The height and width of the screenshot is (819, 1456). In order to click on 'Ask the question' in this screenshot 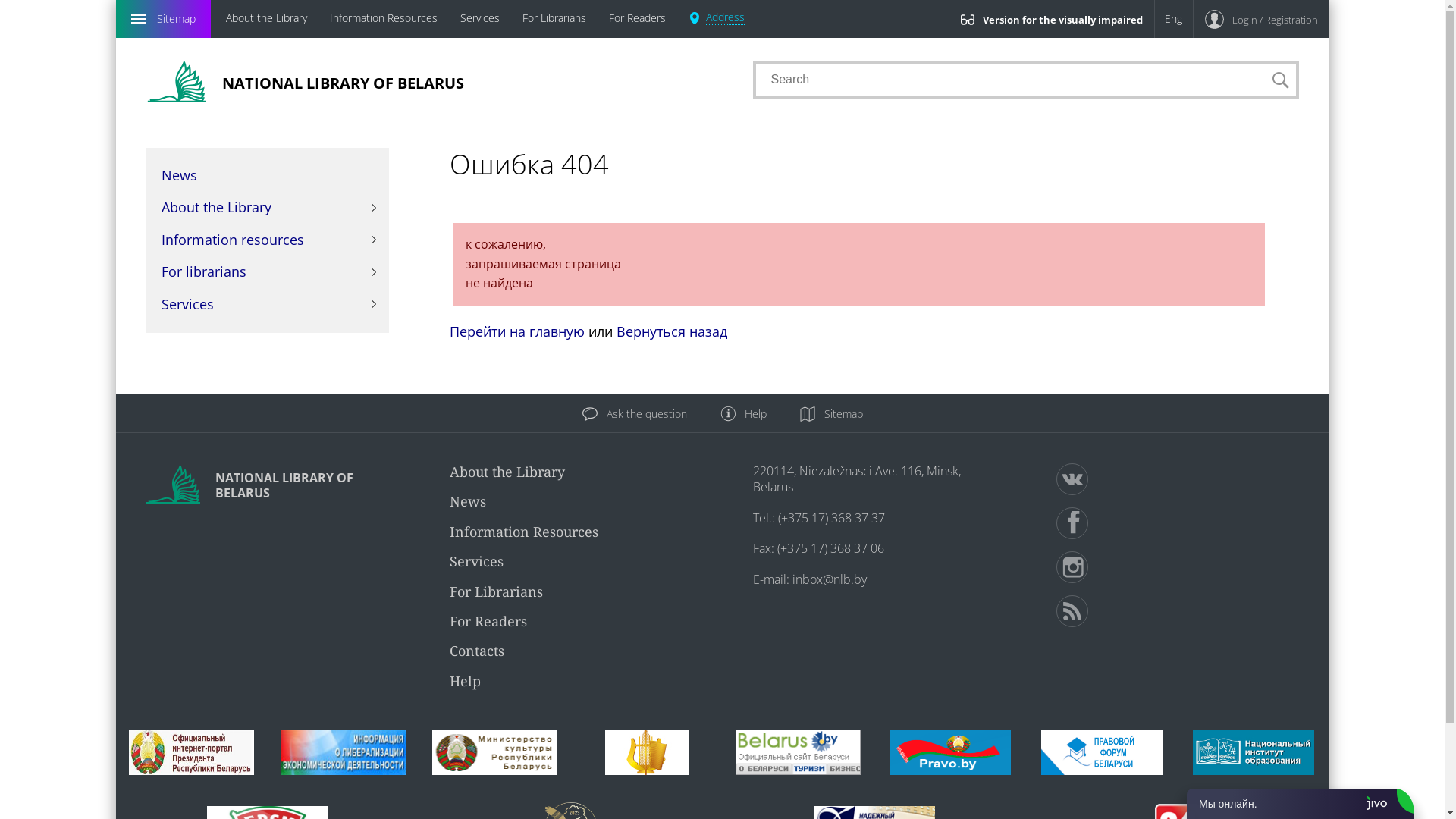, I will do `click(634, 413)`.